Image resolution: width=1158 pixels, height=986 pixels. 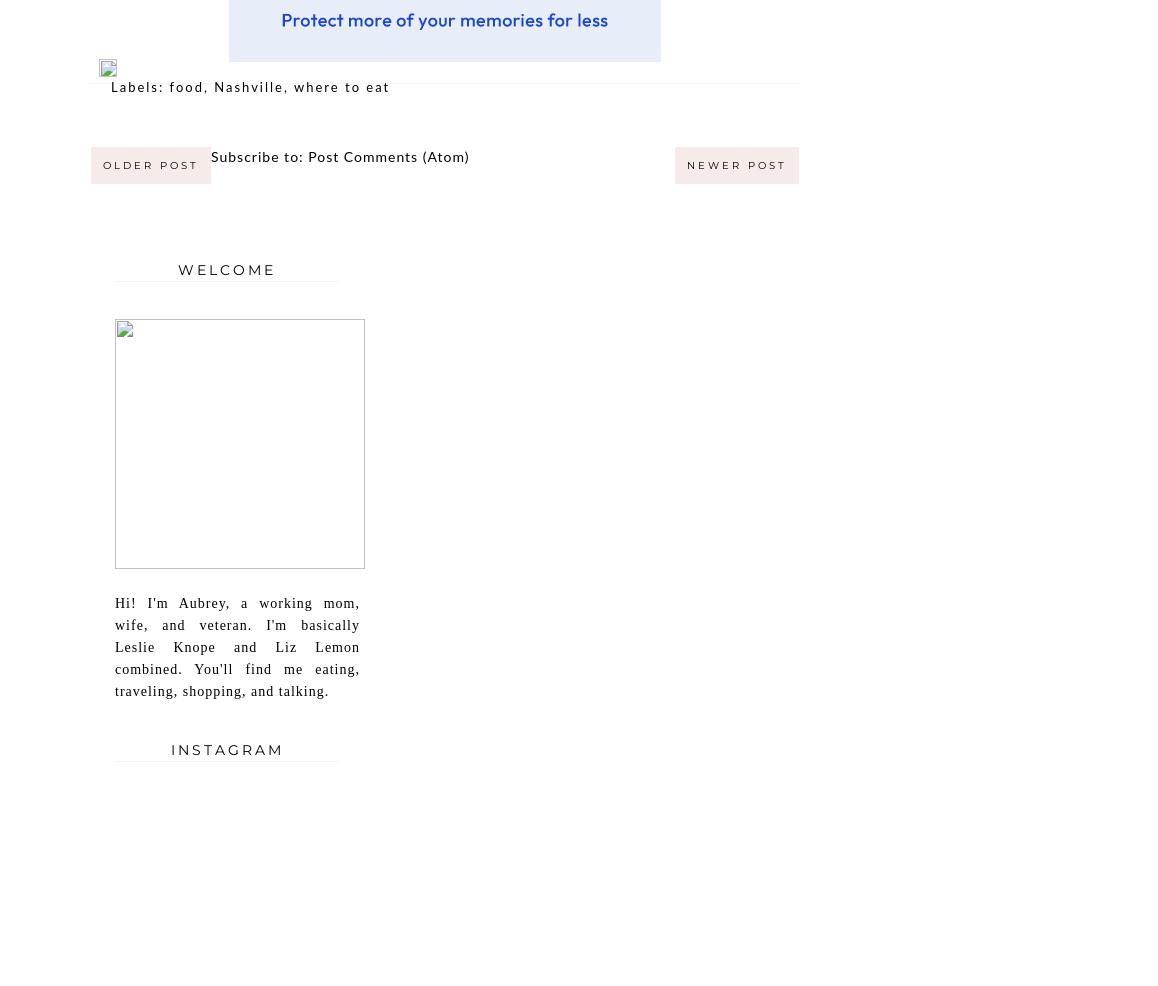 What do you see at coordinates (236, 647) in the screenshot?
I see `'Hi!  I'm Aubrey, a working mom, wife, and veteran.  I'm basically Leslie Knope and Liz Lemon combined. You'll find me eating, traveling, shopping, and talking.'` at bounding box center [236, 647].